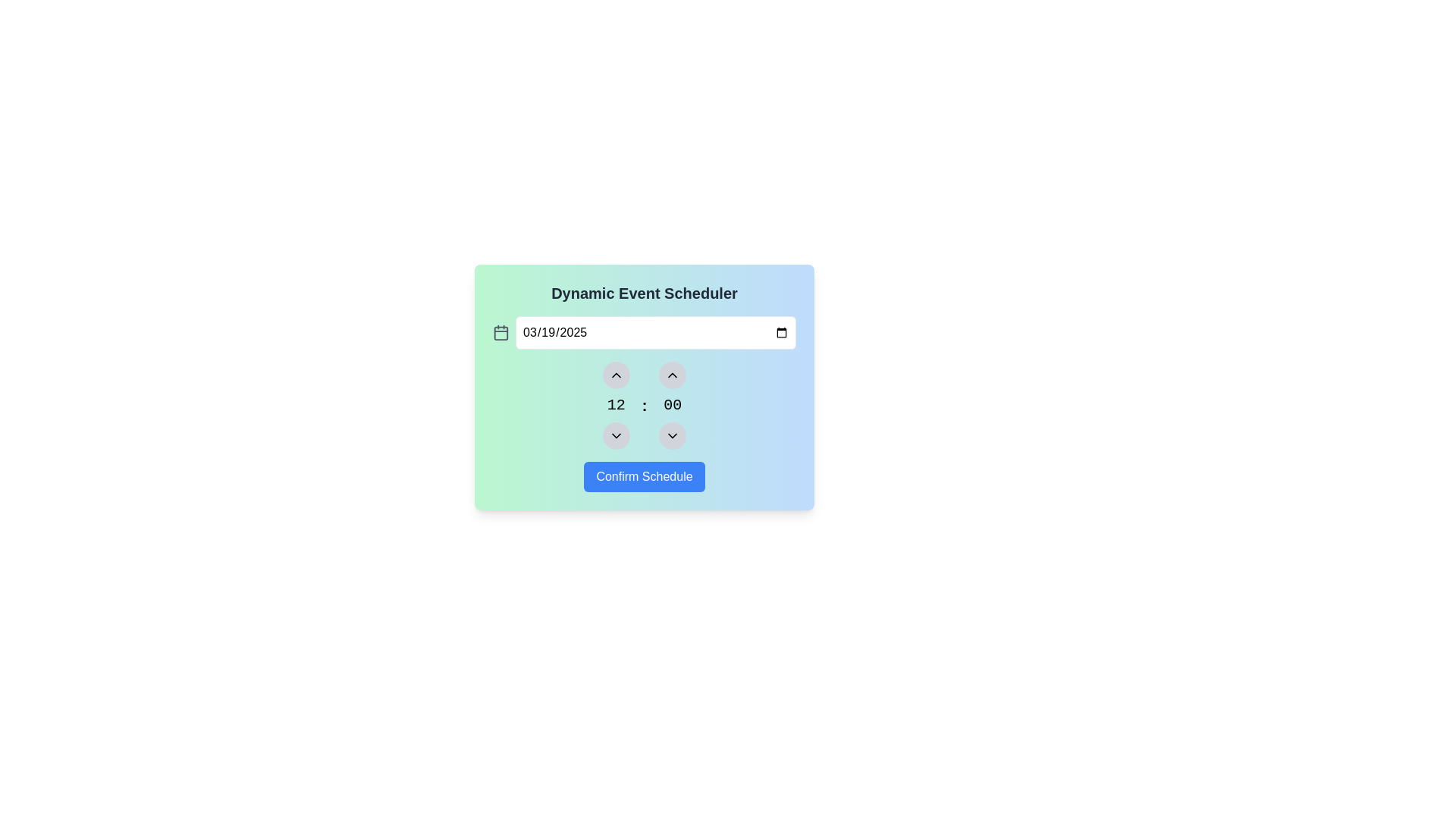  Describe the element at coordinates (672, 375) in the screenshot. I see `the circular button with a light gray background and a black upward-pointing chevron icon located in the second column of buttons below the date input field to trigger visual effects` at that location.